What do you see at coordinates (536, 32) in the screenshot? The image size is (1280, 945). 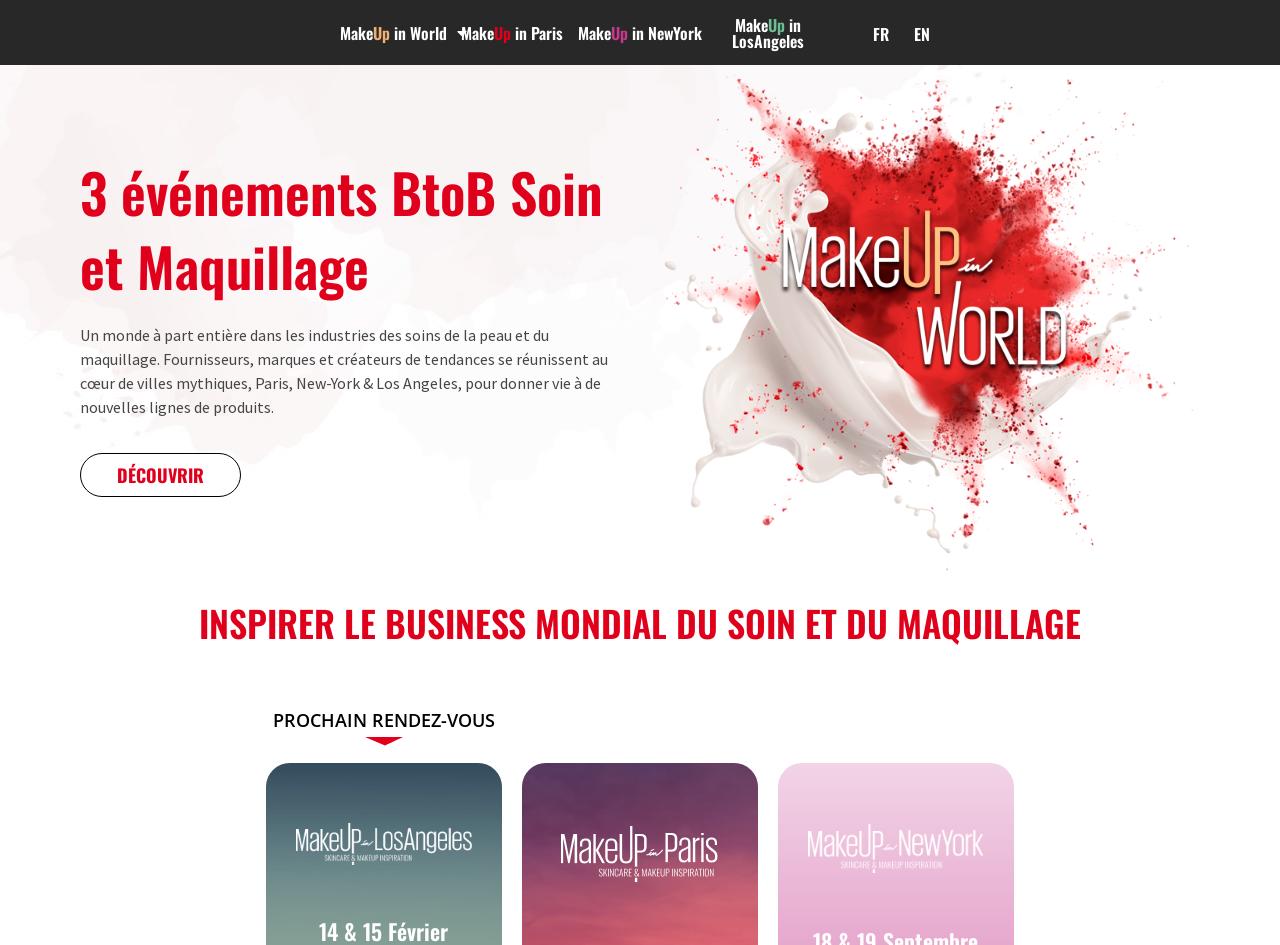 I see `'in Paris'` at bounding box center [536, 32].